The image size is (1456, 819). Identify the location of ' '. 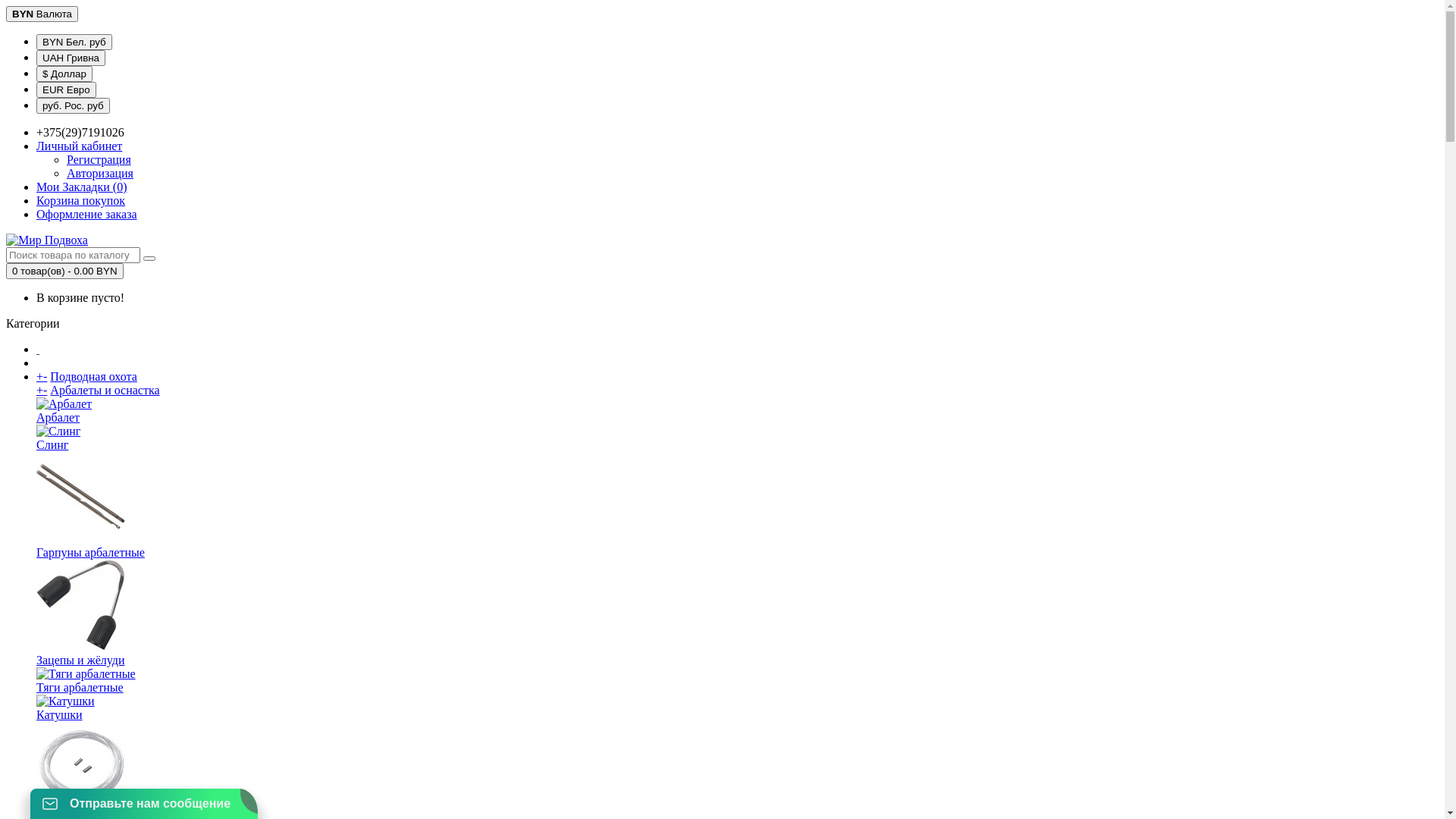
(37, 349).